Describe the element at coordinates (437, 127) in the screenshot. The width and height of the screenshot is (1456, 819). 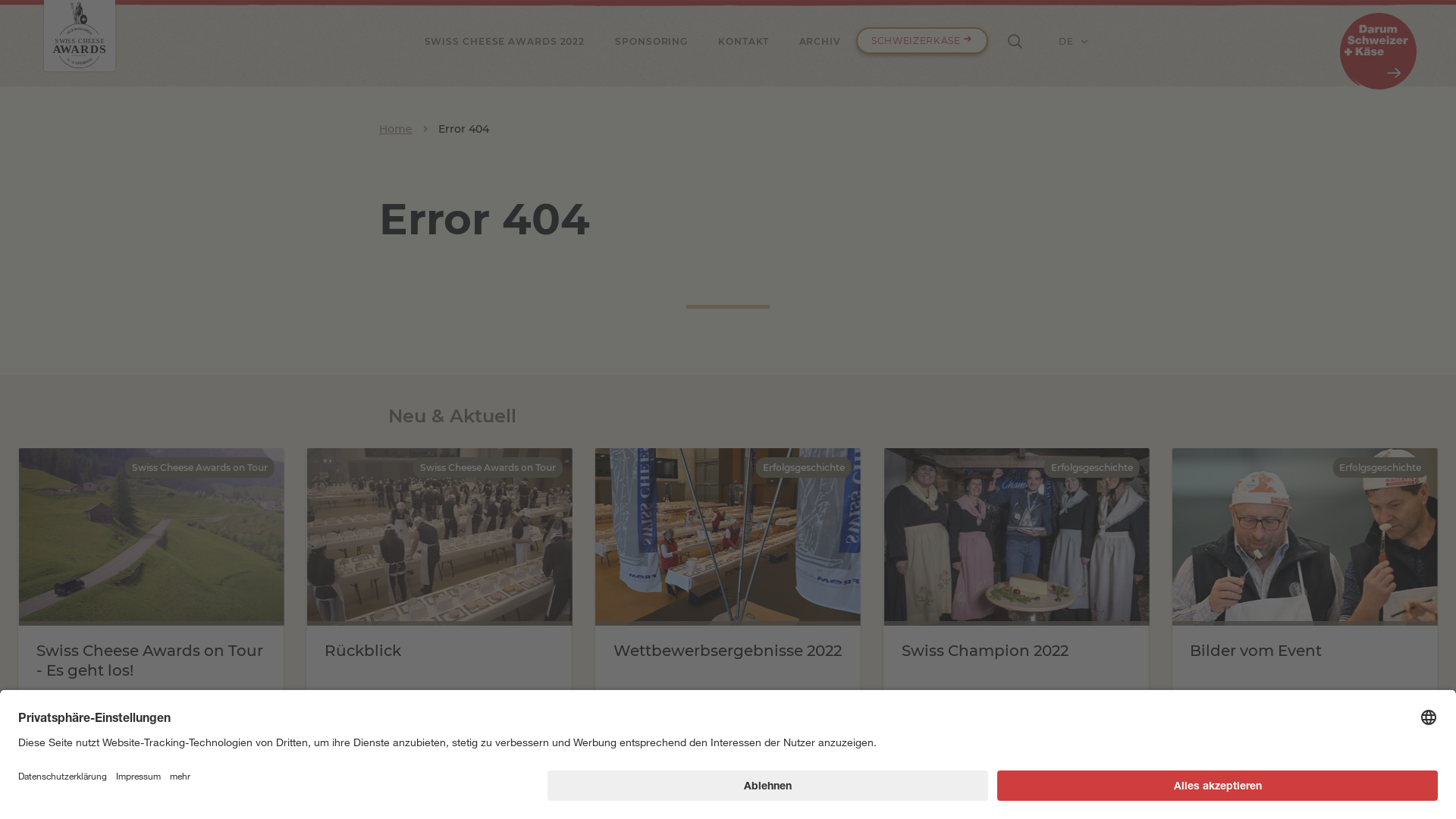
I see `'Error 404'` at that location.